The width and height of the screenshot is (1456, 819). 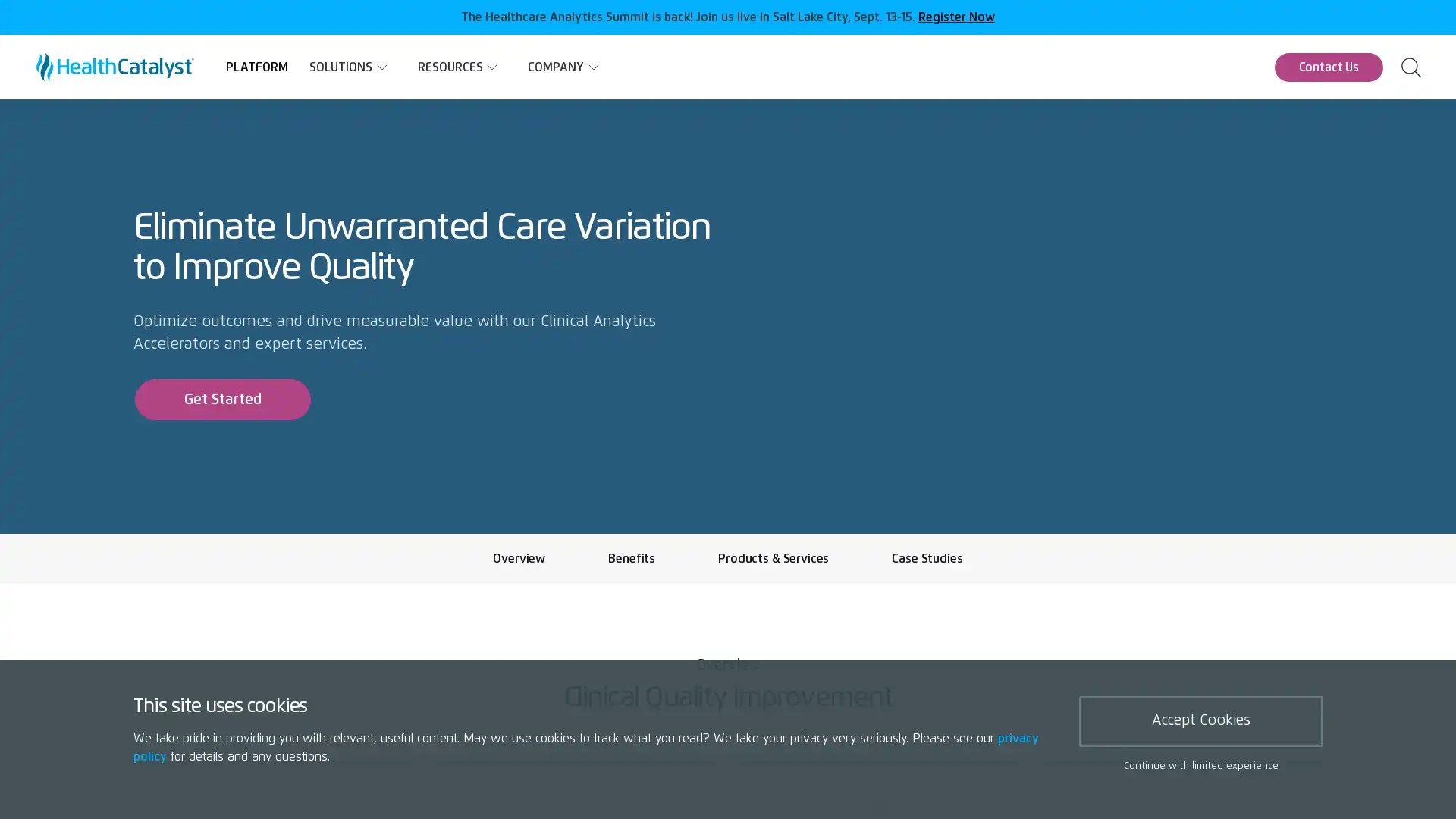 What do you see at coordinates (1200, 720) in the screenshot?
I see `Accept Cookies` at bounding box center [1200, 720].